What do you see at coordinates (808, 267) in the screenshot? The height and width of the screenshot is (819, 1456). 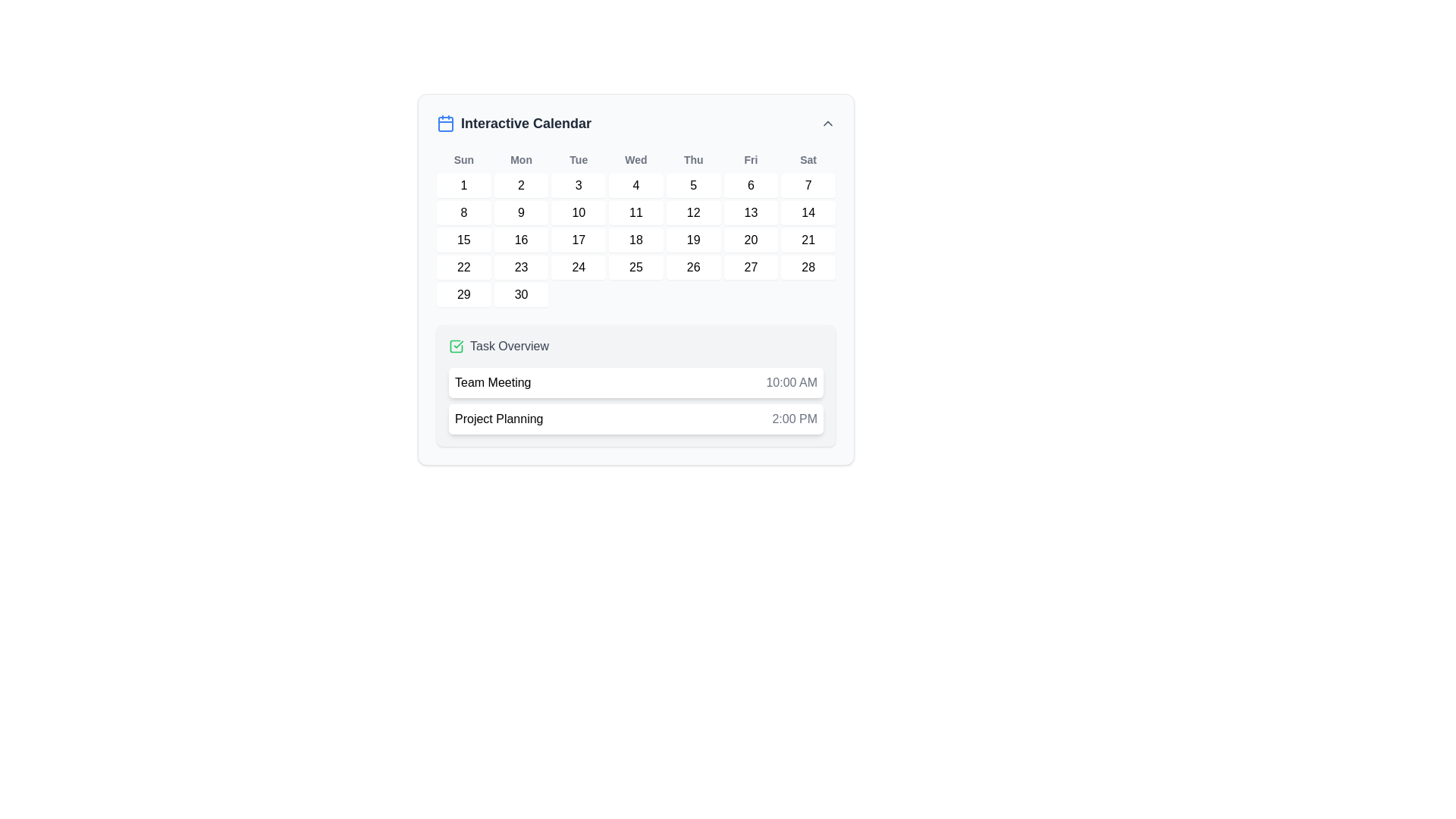 I see `the clickable button representing the date 28 in the calendar interface` at bounding box center [808, 267].